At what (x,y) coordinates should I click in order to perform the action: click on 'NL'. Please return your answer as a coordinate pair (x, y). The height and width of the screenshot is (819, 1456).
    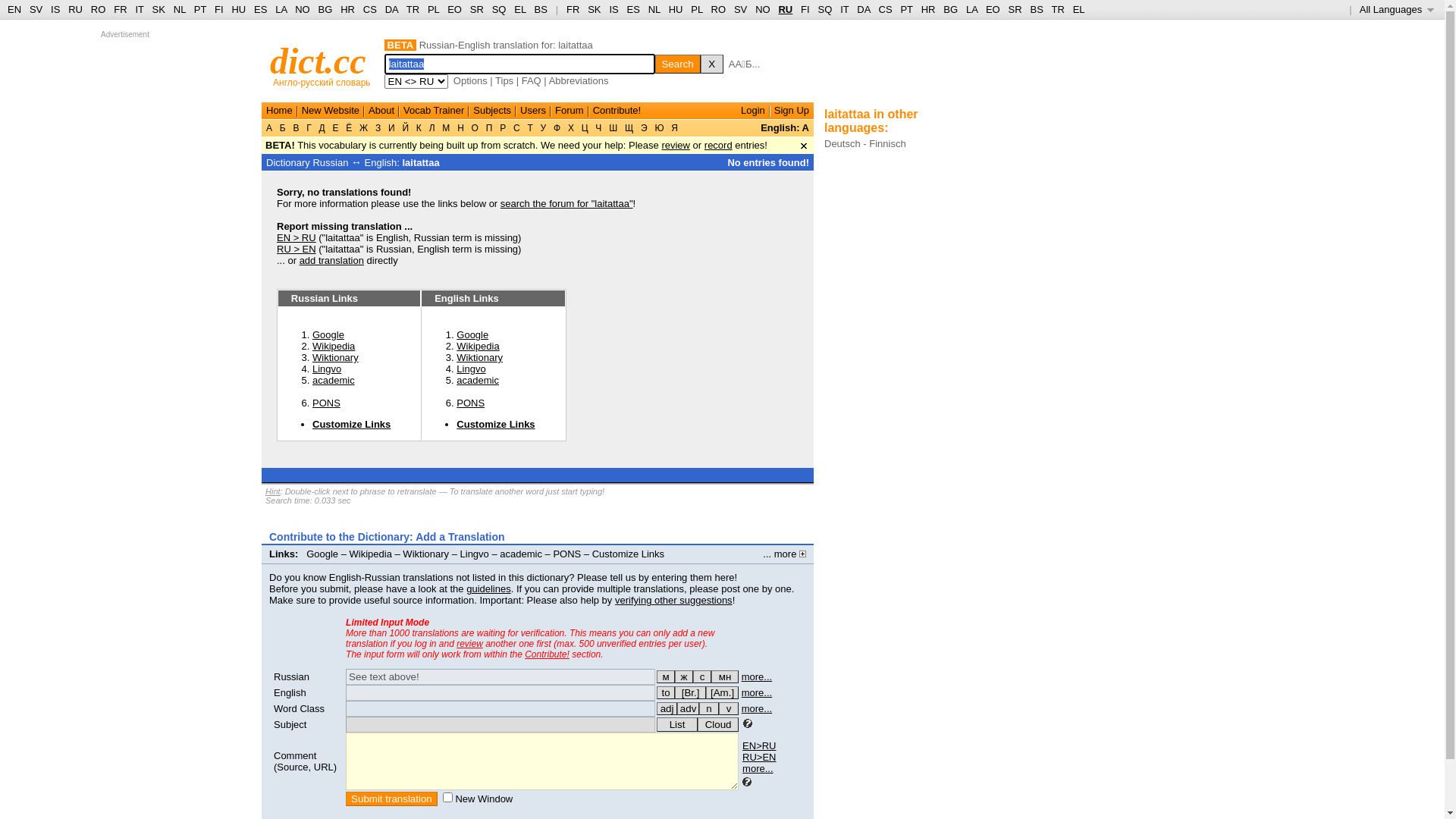
    Looking at the image, I should click on (648, 9).